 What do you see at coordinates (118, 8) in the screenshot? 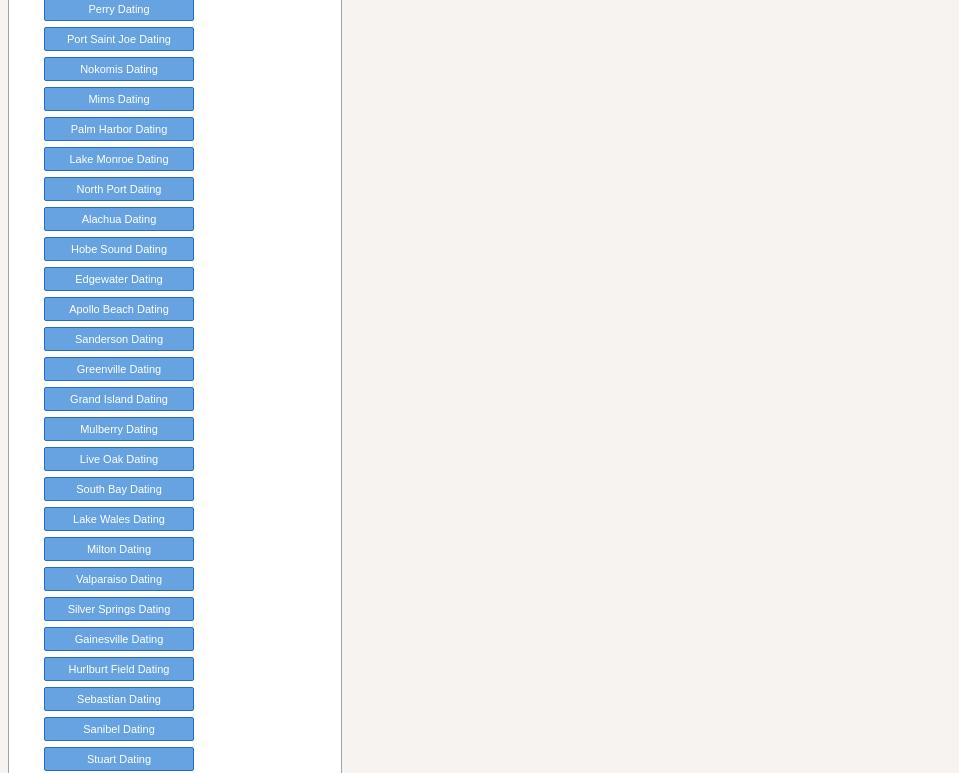
I see `'Perry Dating'` at bounding box center [118, 8].